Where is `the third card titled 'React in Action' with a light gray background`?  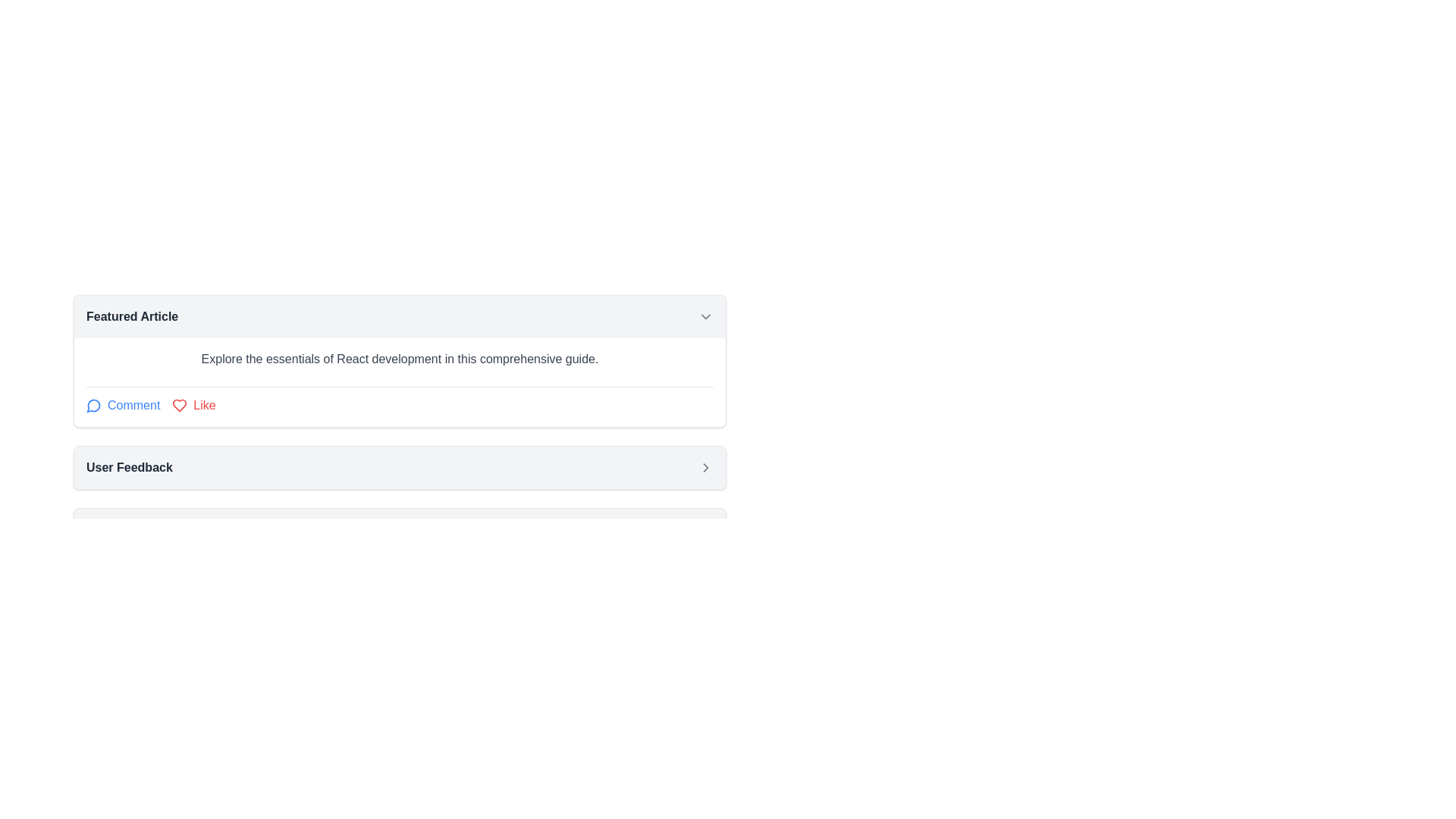 the third card titled 'React in Action' with a light gray background is located at coordinates (400, 529).